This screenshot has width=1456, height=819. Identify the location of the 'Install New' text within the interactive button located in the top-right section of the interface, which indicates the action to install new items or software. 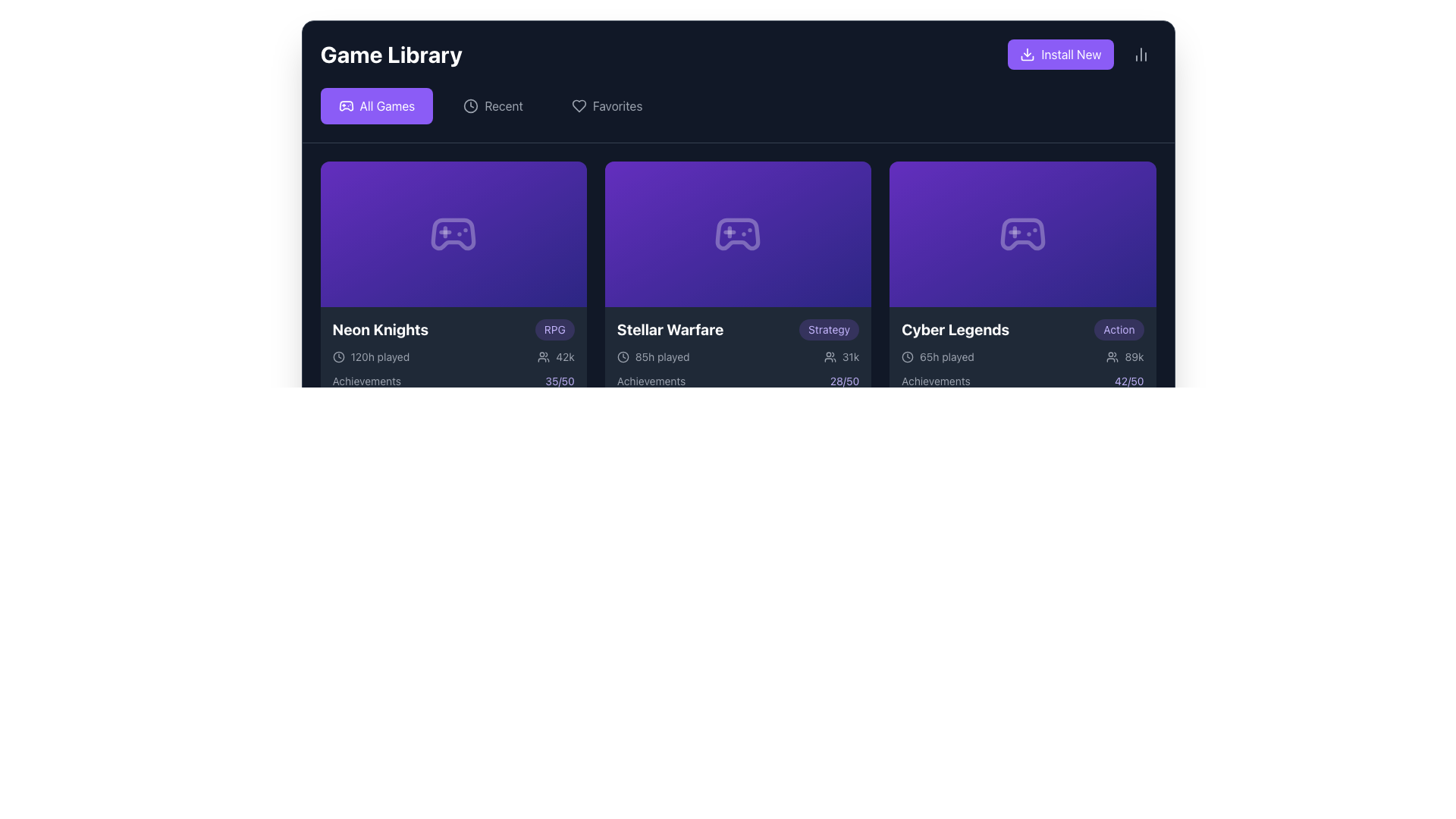
(1070, 54).